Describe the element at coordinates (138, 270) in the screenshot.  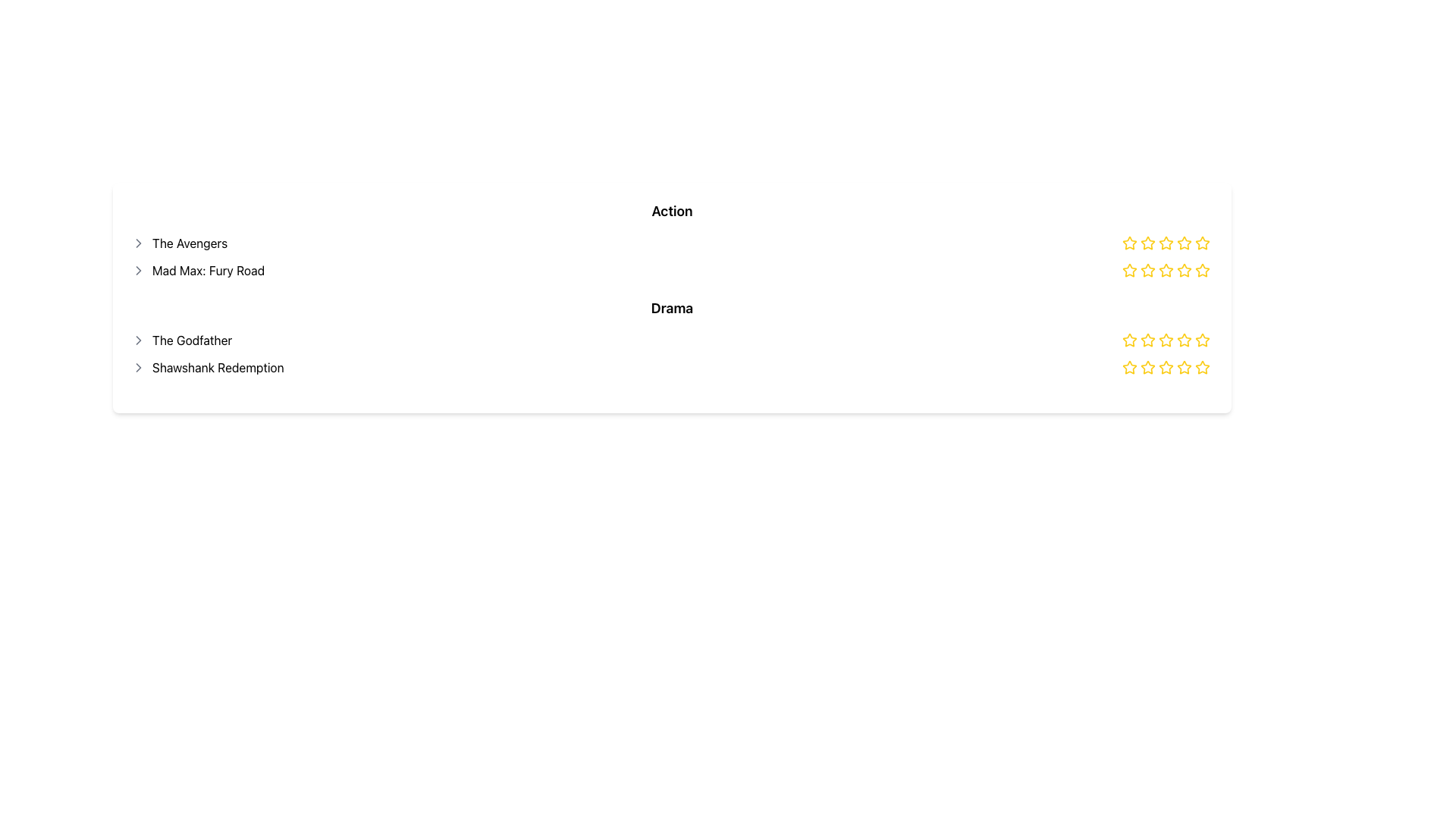
I see `the arrow icon located to the left of the text 'Mad Max: Fury Road'` at that location.